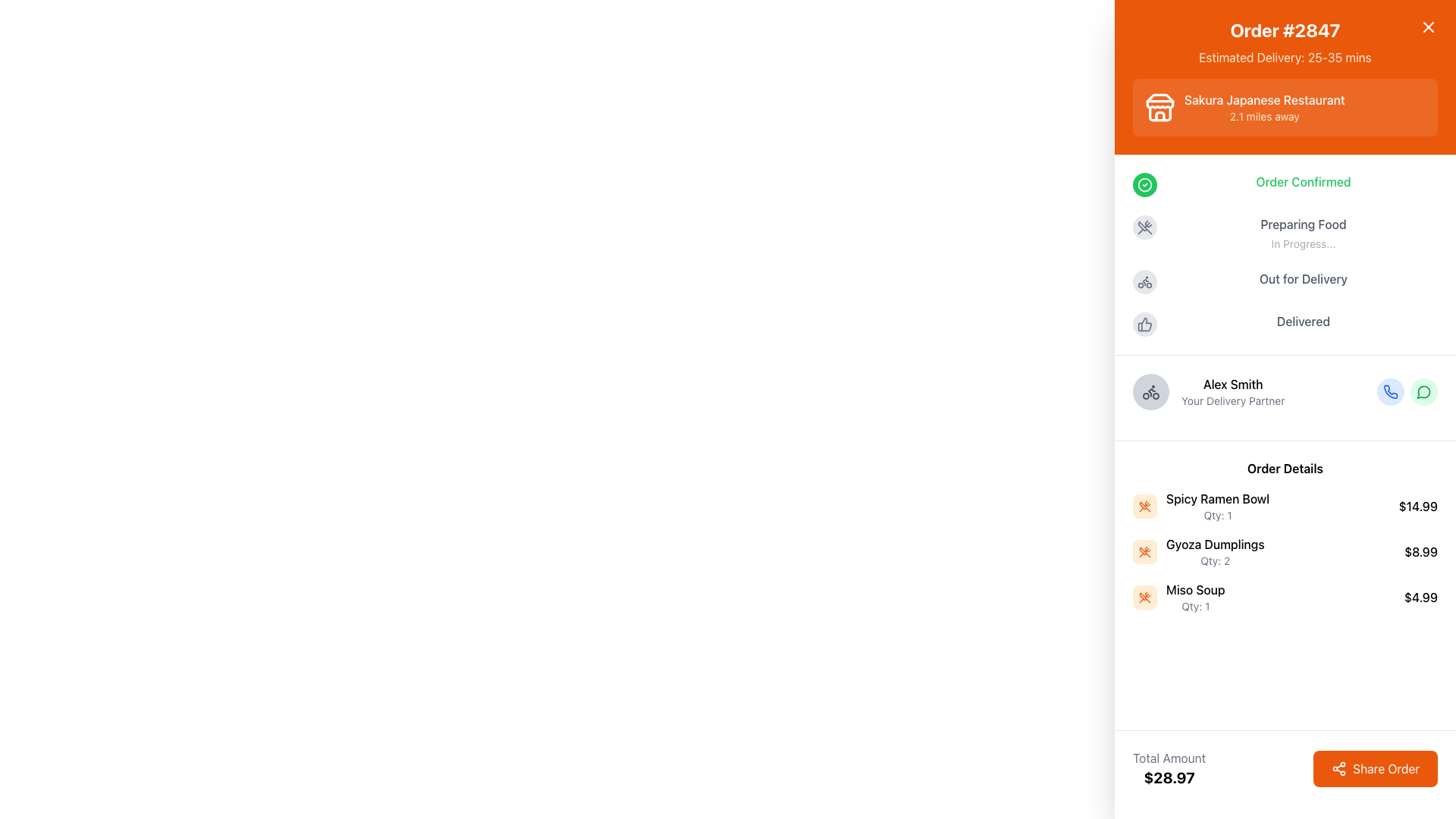  I want to click on the 'Miso Soup' list item in the order summary interface, so click(1284, 596).